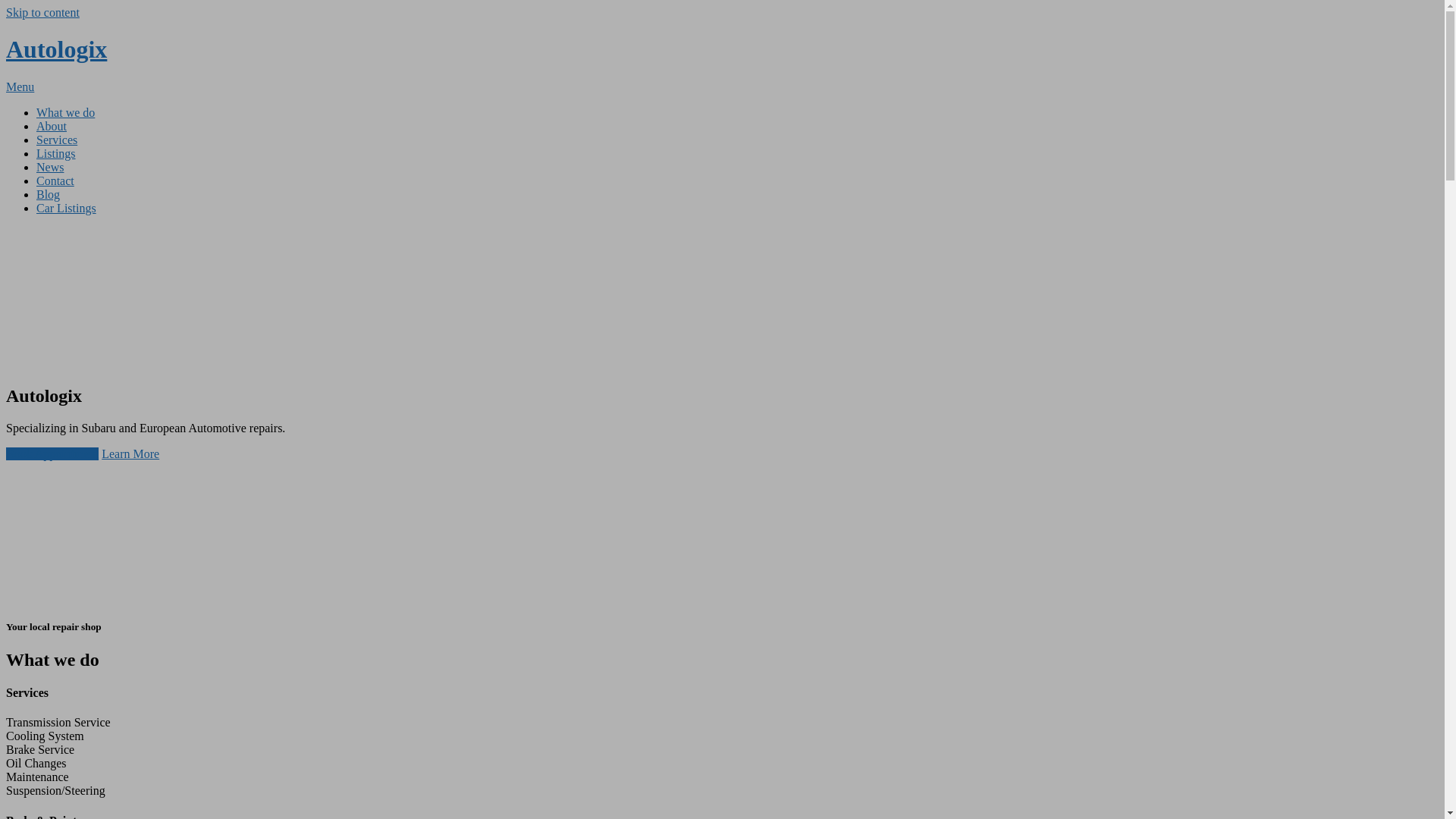 The width and height of the screenshot is (1456, 819). Describe the element at coordinates (50, 167) in the screenshot. I see `'News'` at that location.